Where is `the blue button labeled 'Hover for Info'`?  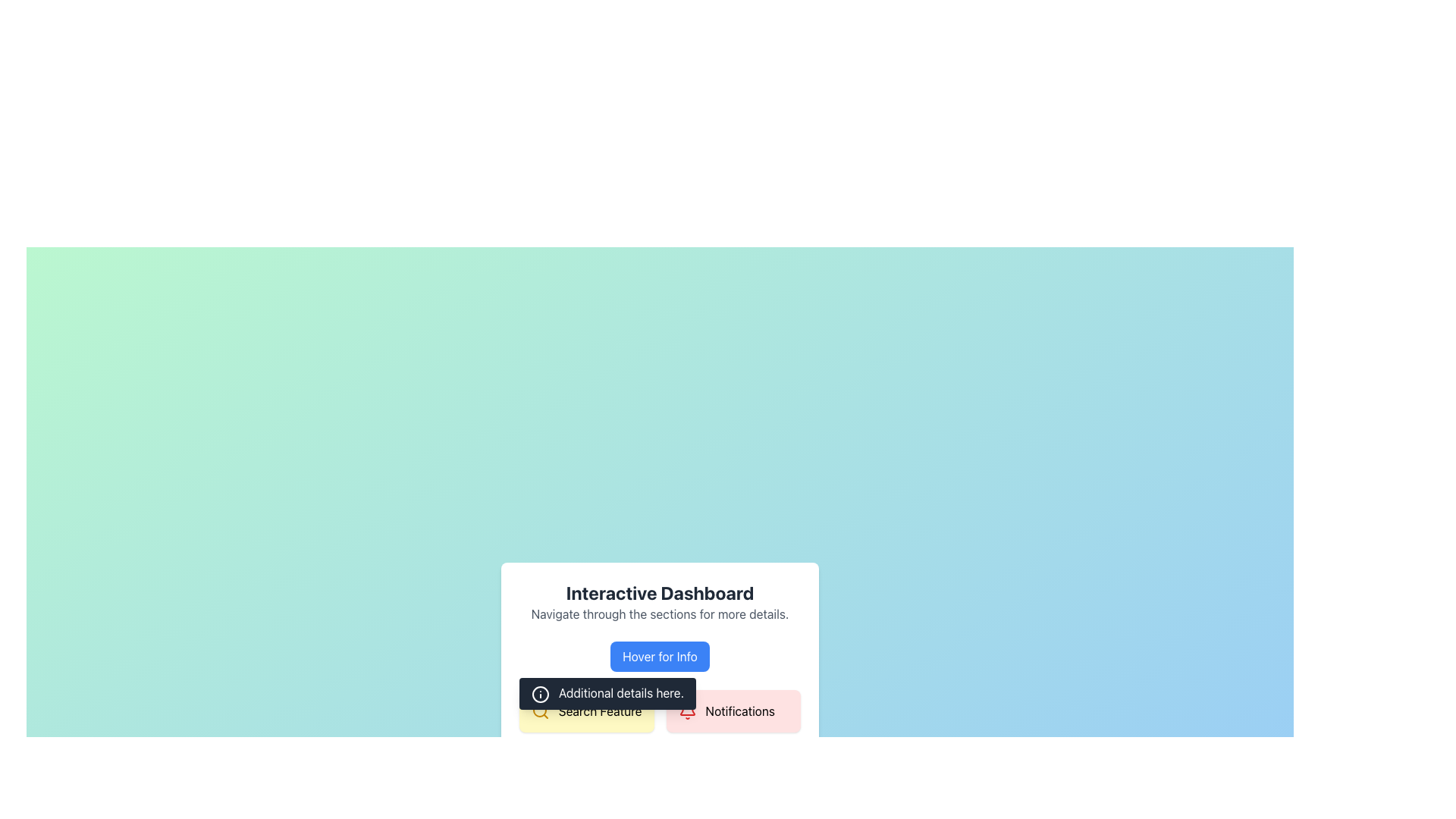
the blue button labeled 'Hover for Info' is located at coordinates (660, 656).